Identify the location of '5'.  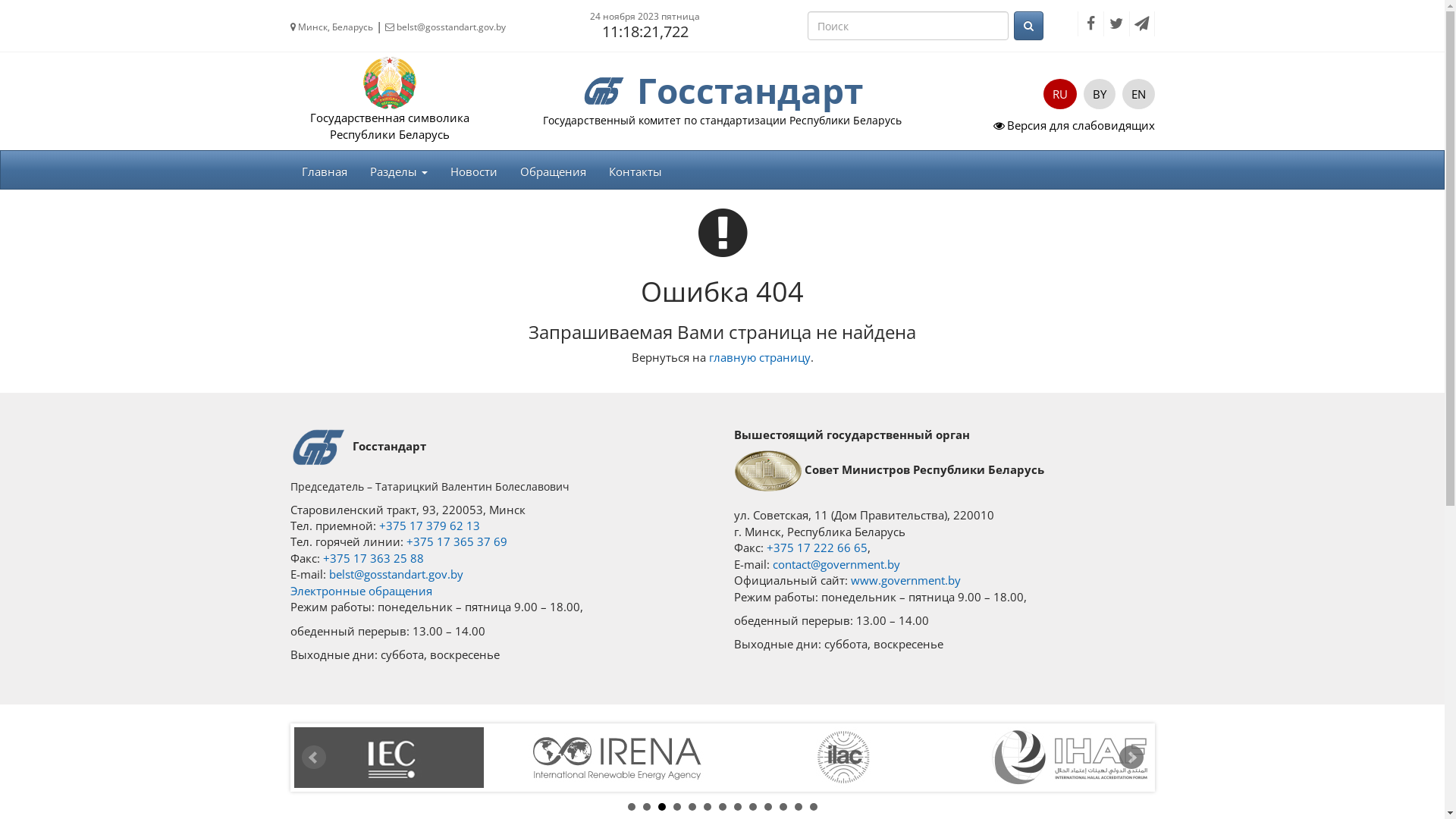
(691, 806).